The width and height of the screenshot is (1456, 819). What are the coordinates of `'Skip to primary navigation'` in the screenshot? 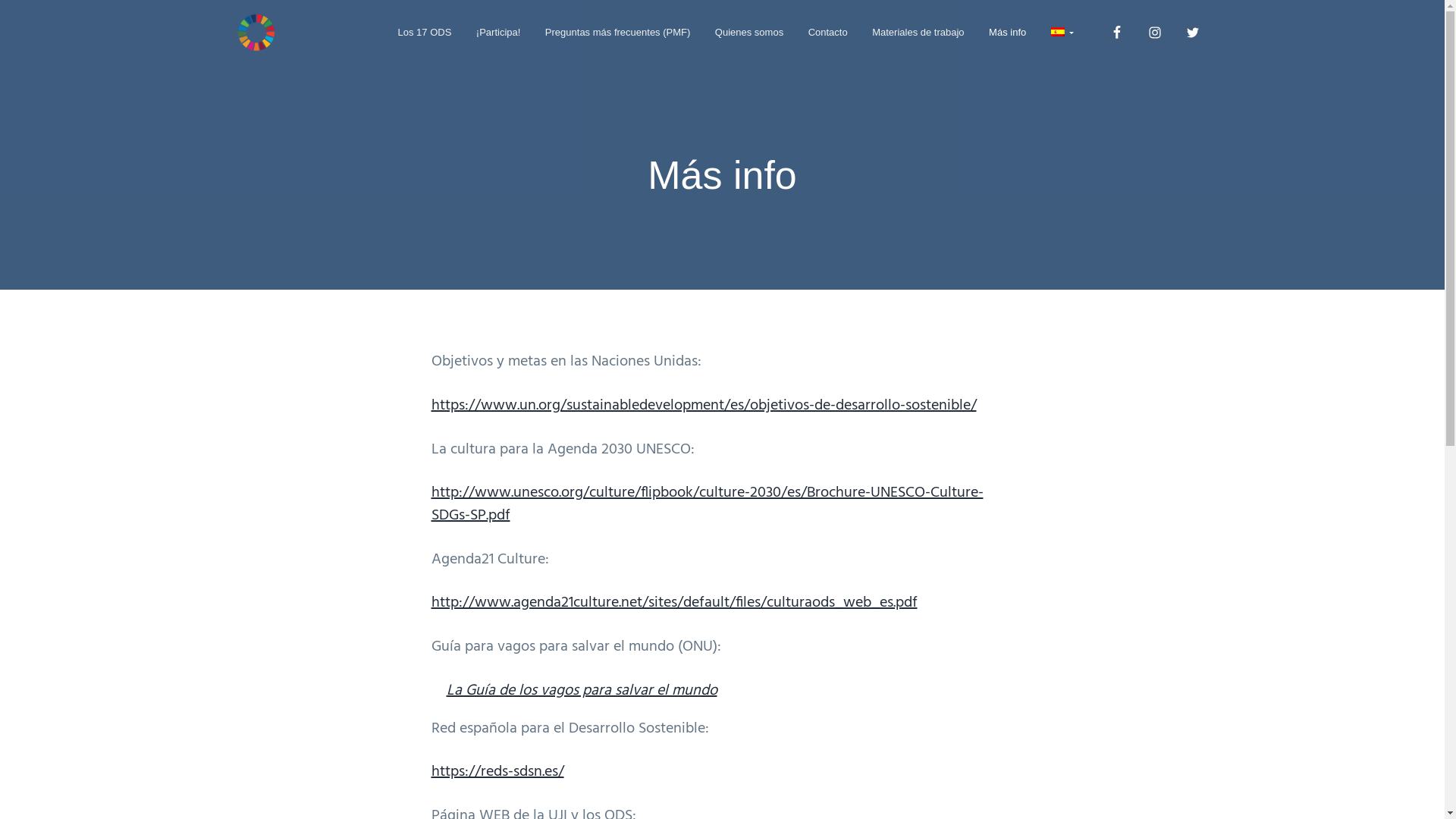 It's located at (0, 0).